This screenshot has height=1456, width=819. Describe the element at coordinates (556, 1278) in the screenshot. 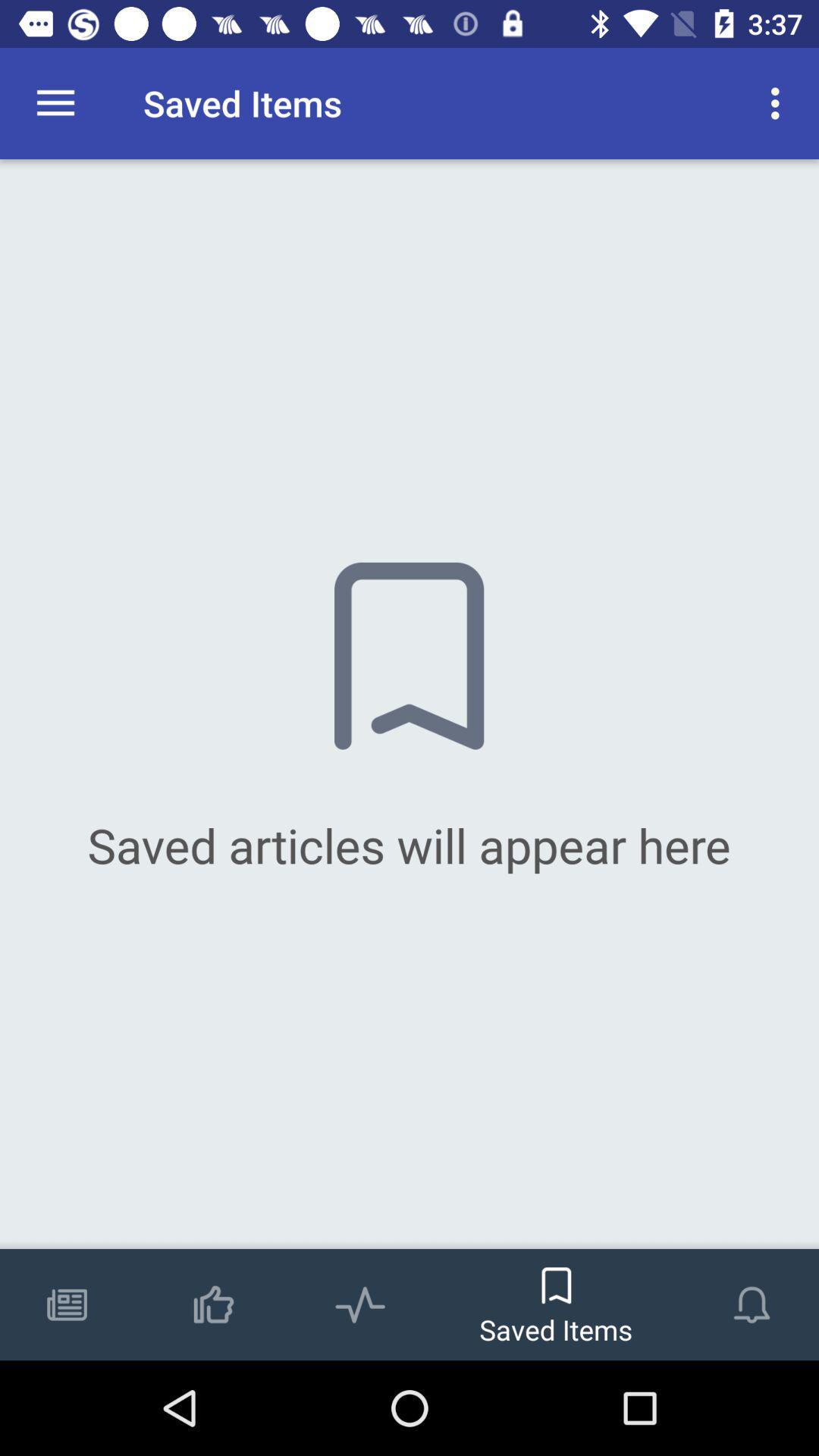

I see `the icon above text saved items` at that location.